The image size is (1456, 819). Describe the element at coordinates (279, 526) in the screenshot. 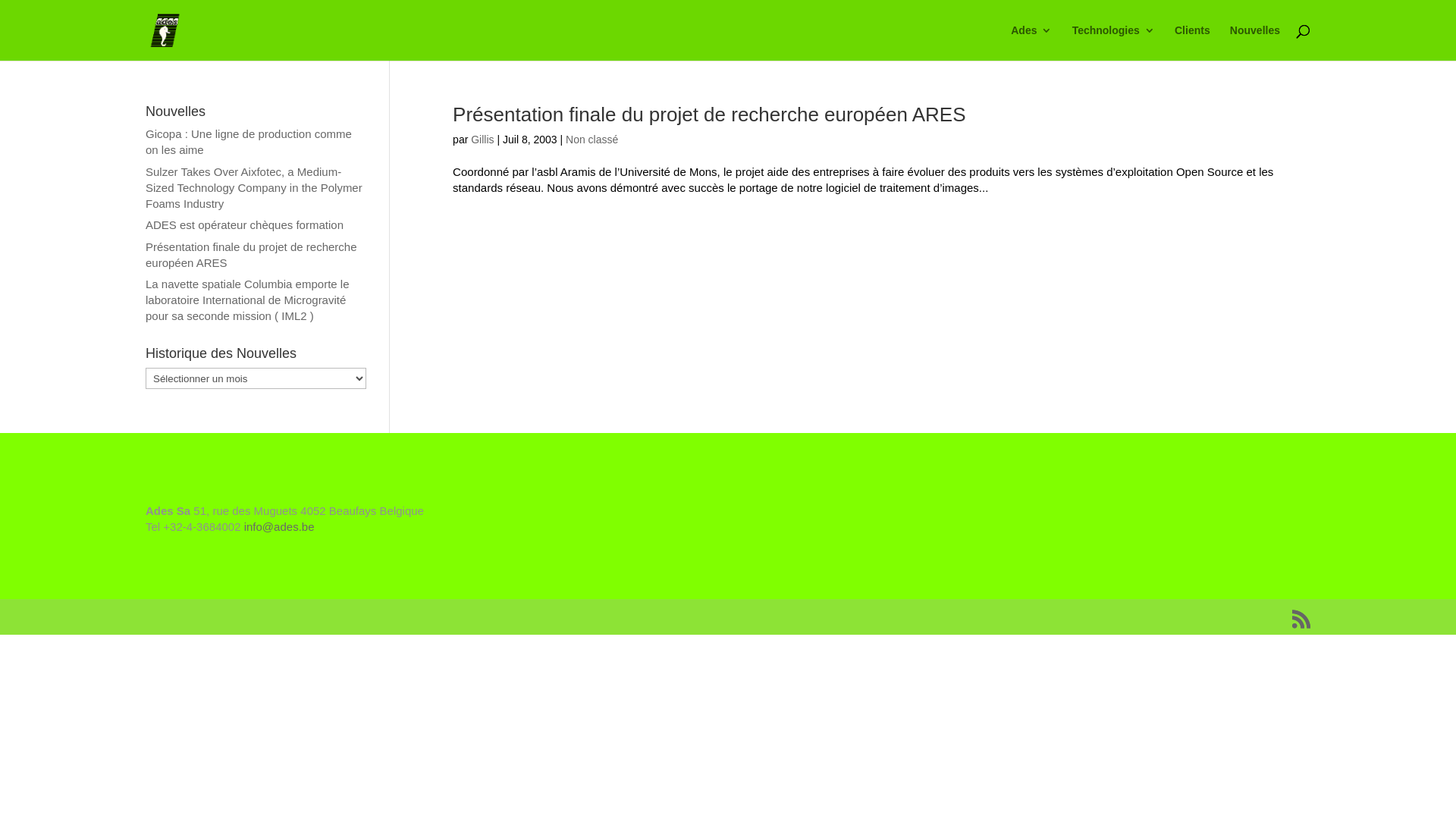

I see `'info@ades.be'` at that location.